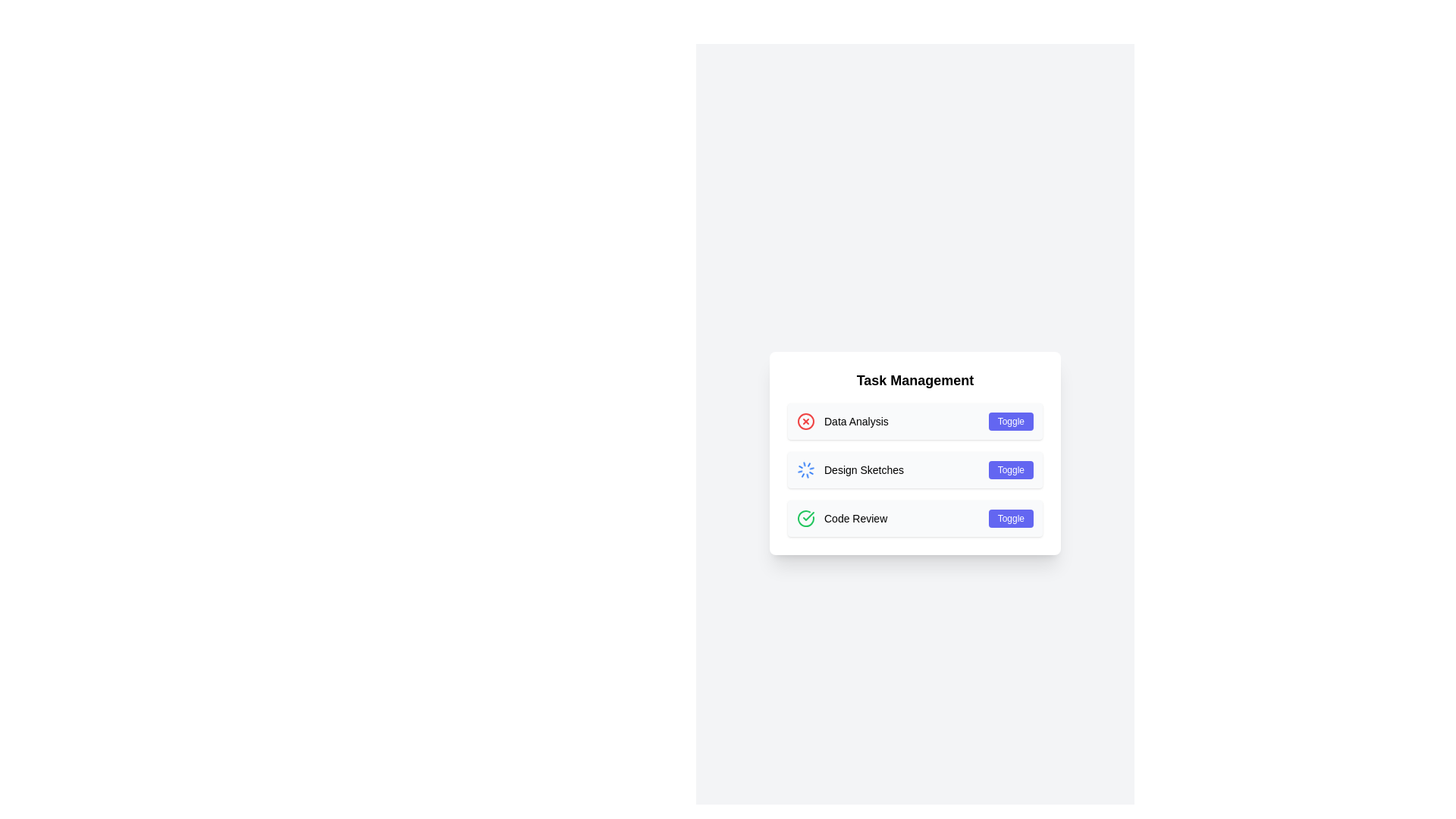 The image size is (1456, 819). Describe the element at coordinates (805, 469) in the screenshot. I see `the blue rotating circular spinner icon that indicates a loading state, located to the left of the 'Design Sketches' label in the second list item under 'Task Management'` at that location.